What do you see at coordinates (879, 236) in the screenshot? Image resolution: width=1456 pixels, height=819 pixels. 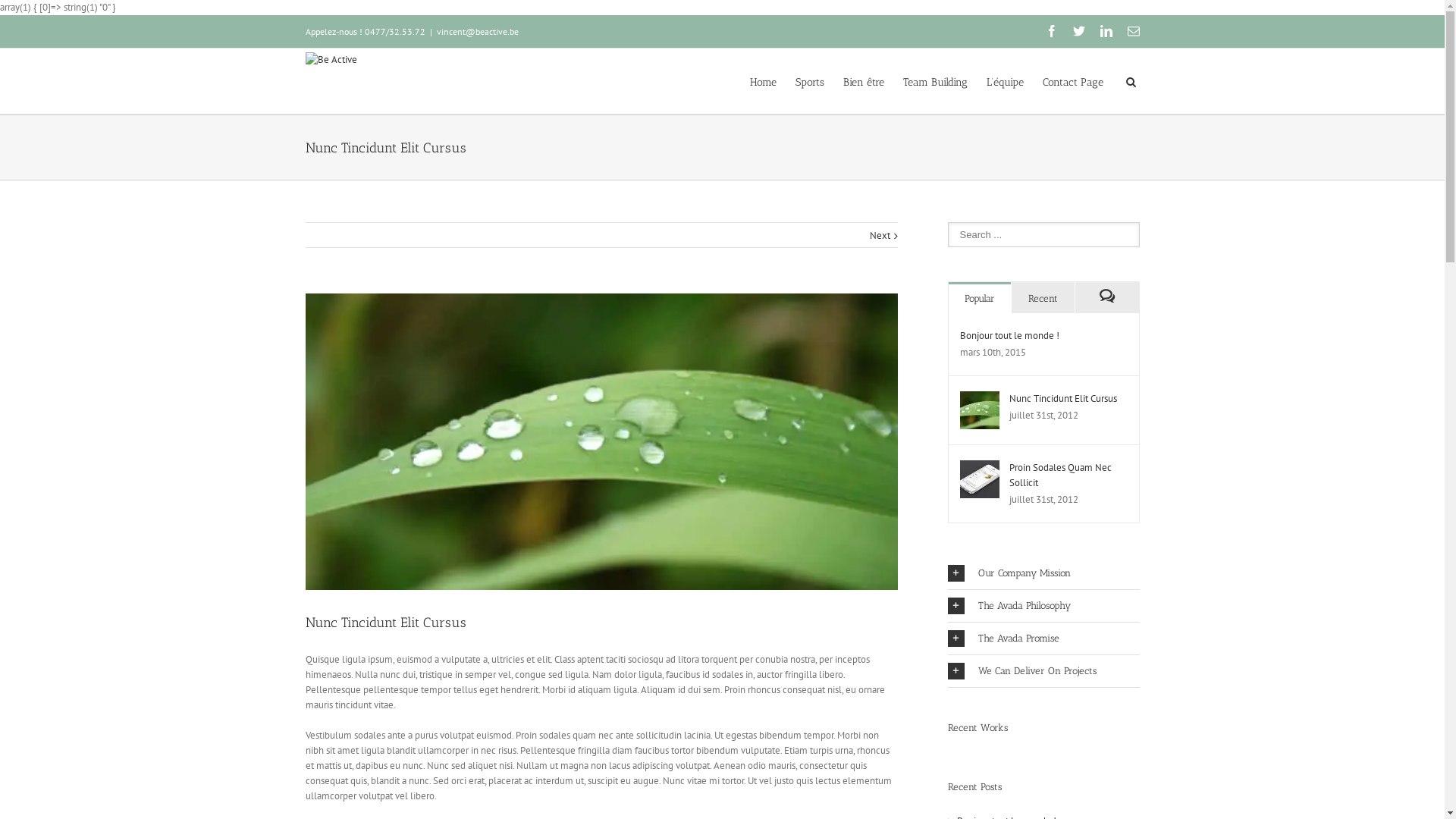 I see `'Next'` at bounding box center [879, 236].